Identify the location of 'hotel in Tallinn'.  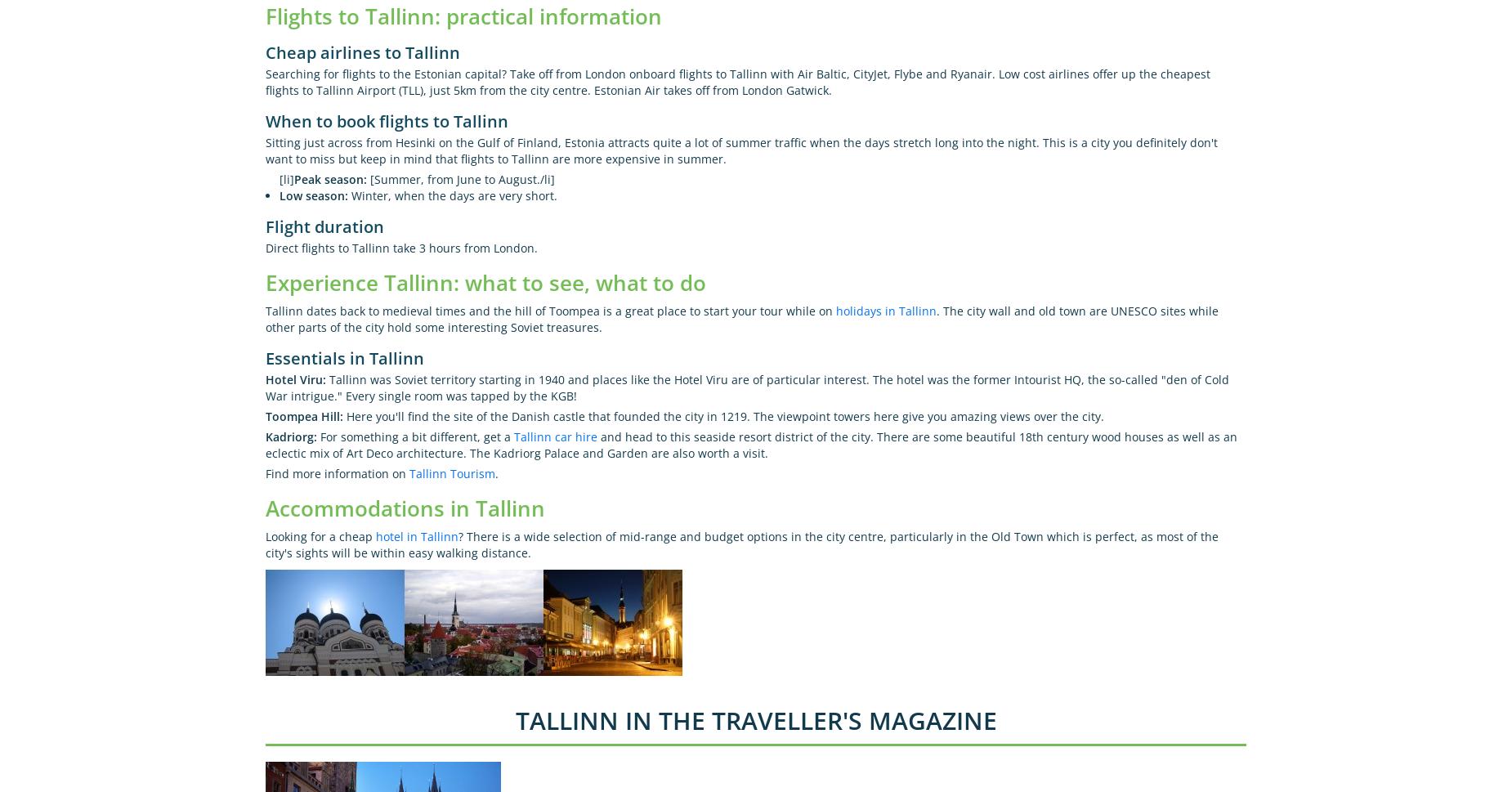
(417, 535).